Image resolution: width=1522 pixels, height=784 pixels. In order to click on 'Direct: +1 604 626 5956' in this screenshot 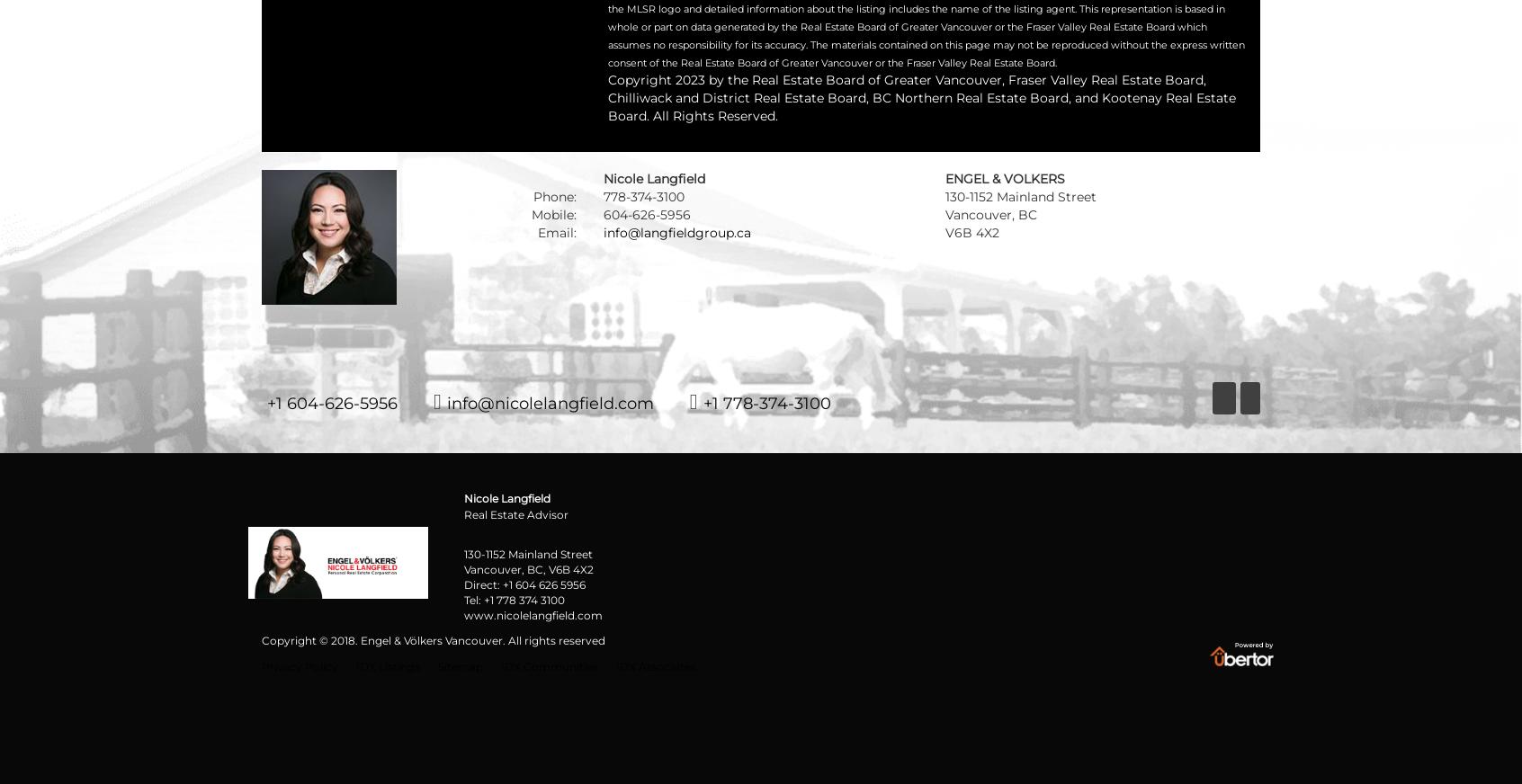, I will do `click(524, 584)`.